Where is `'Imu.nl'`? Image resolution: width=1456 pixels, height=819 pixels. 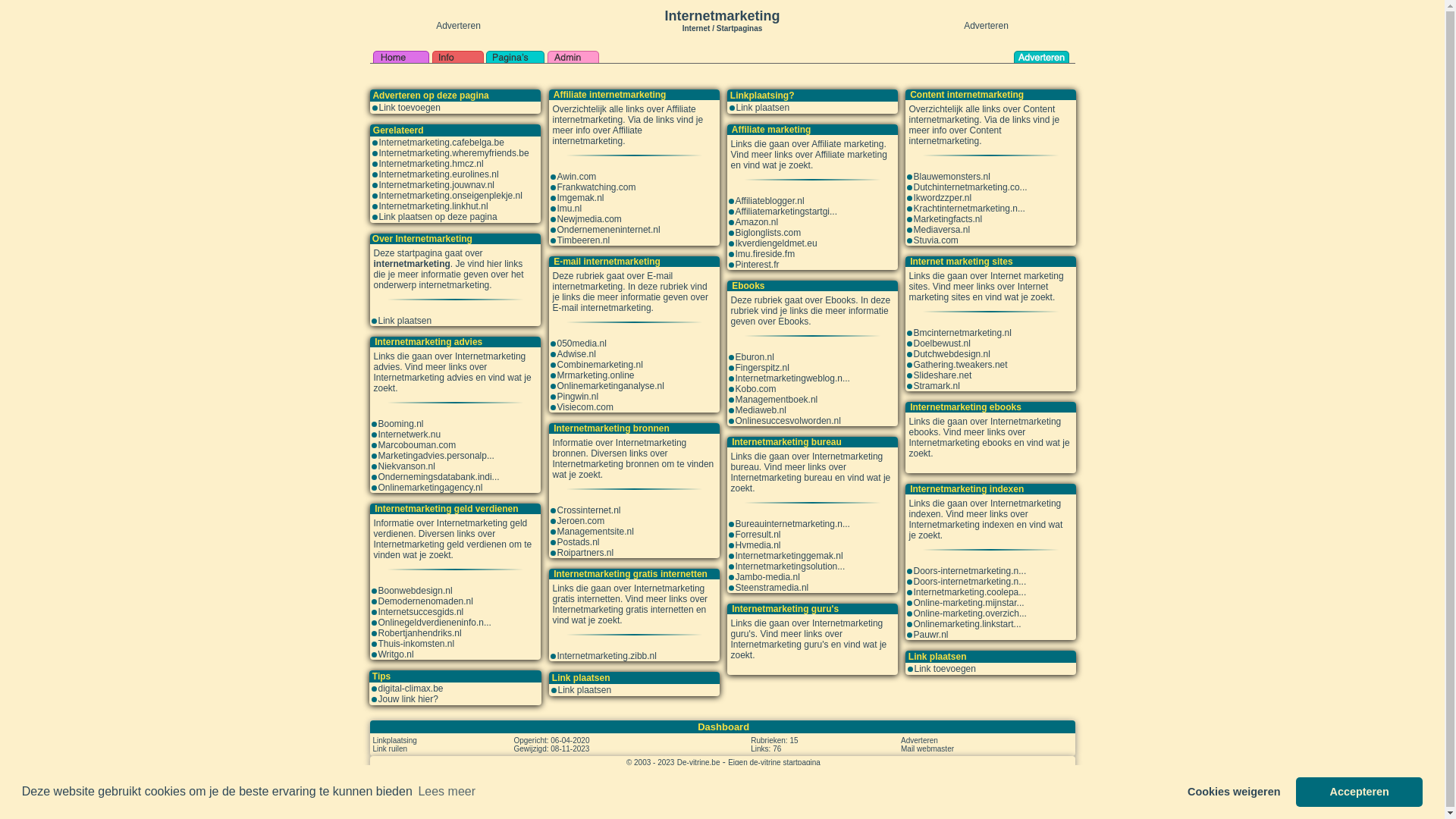
'Imu.nl' is located at coordinates (568, 208).